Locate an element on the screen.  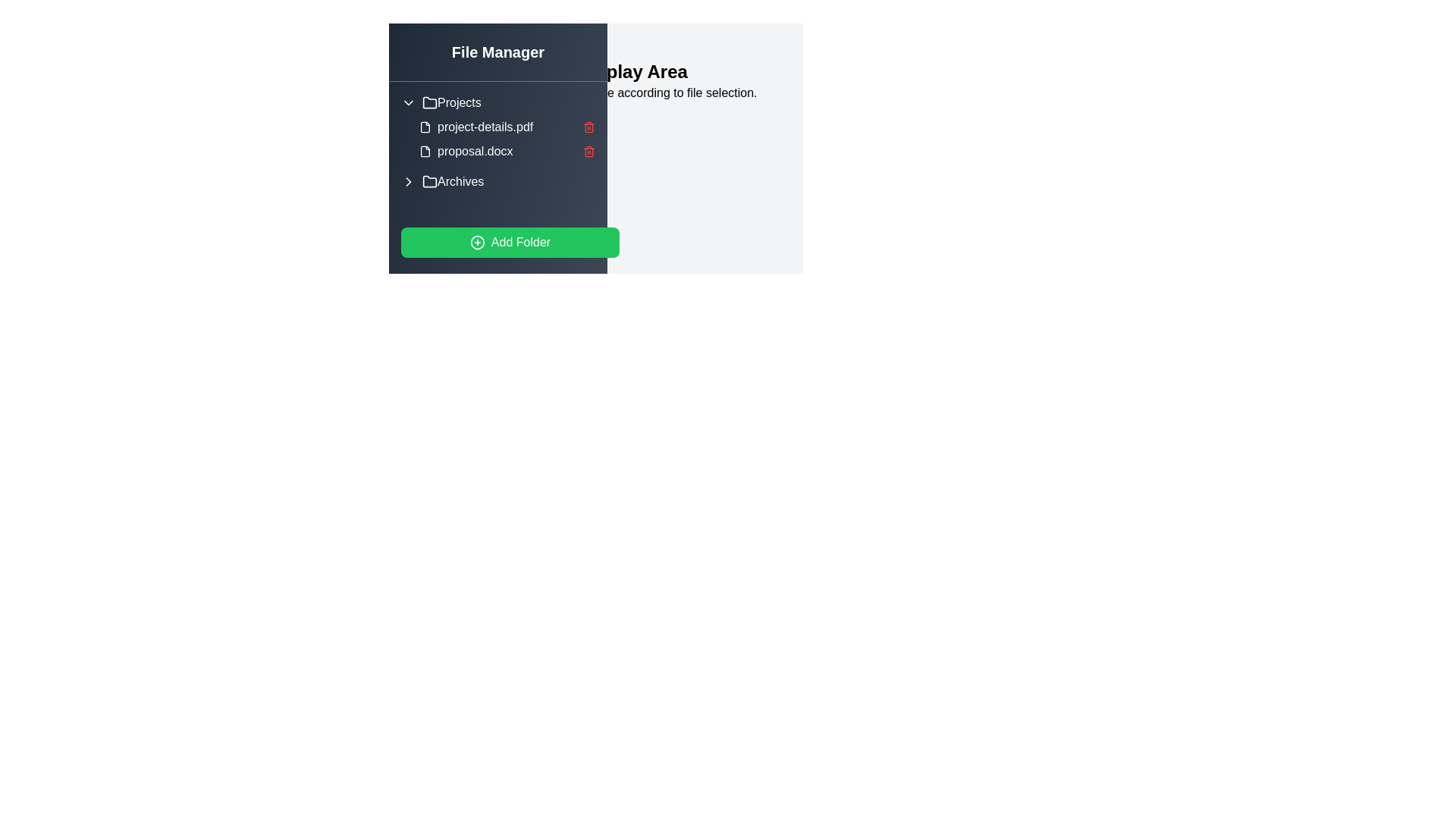
the file entry row labeled 'project-details.pdf' is located at coordinates (507, 127).